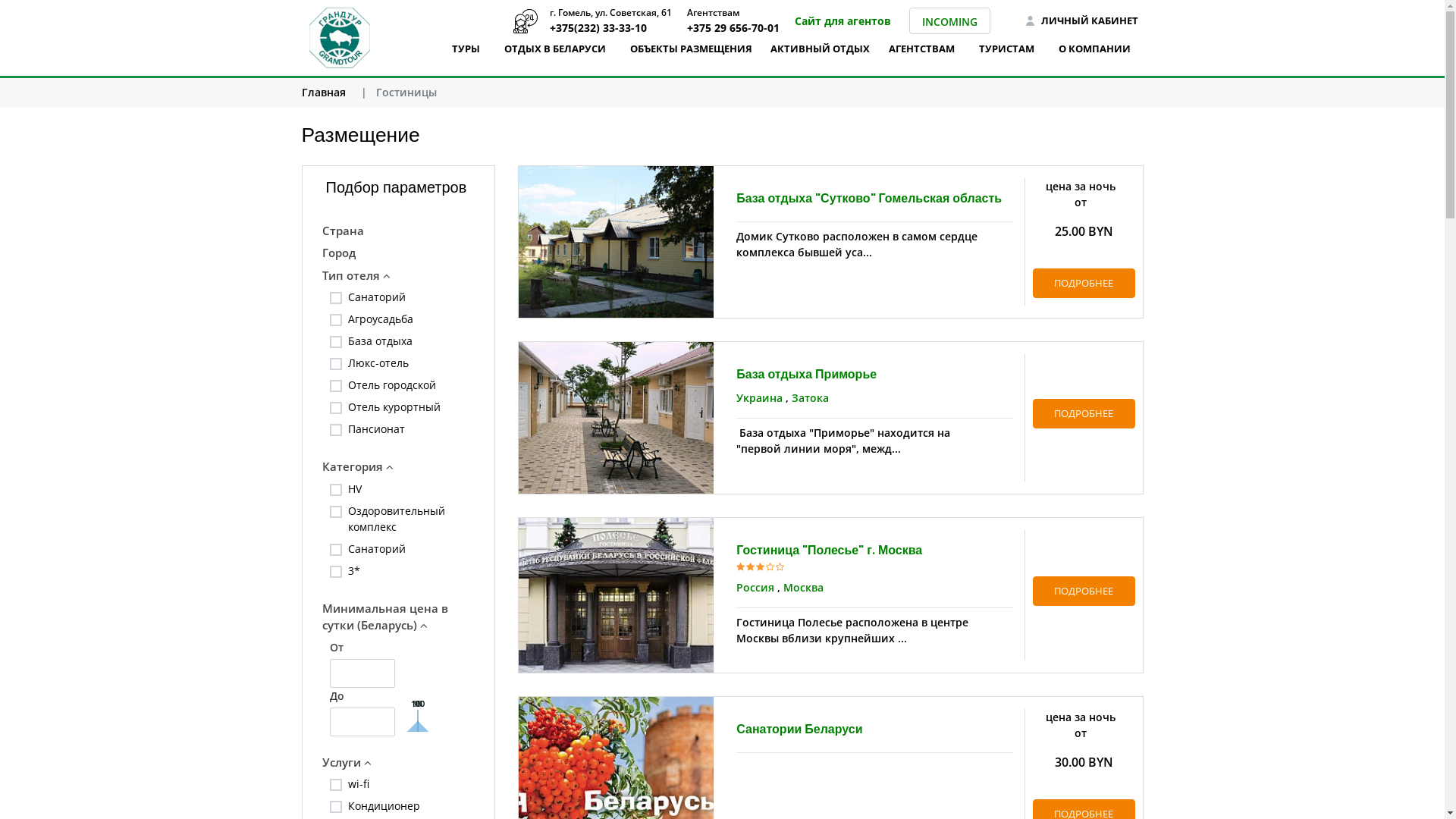  What do you see at coordinates (525, 20) in the screenshot?
I see `'+375(232) 33-33-10'` at bounding box center [525, 20].